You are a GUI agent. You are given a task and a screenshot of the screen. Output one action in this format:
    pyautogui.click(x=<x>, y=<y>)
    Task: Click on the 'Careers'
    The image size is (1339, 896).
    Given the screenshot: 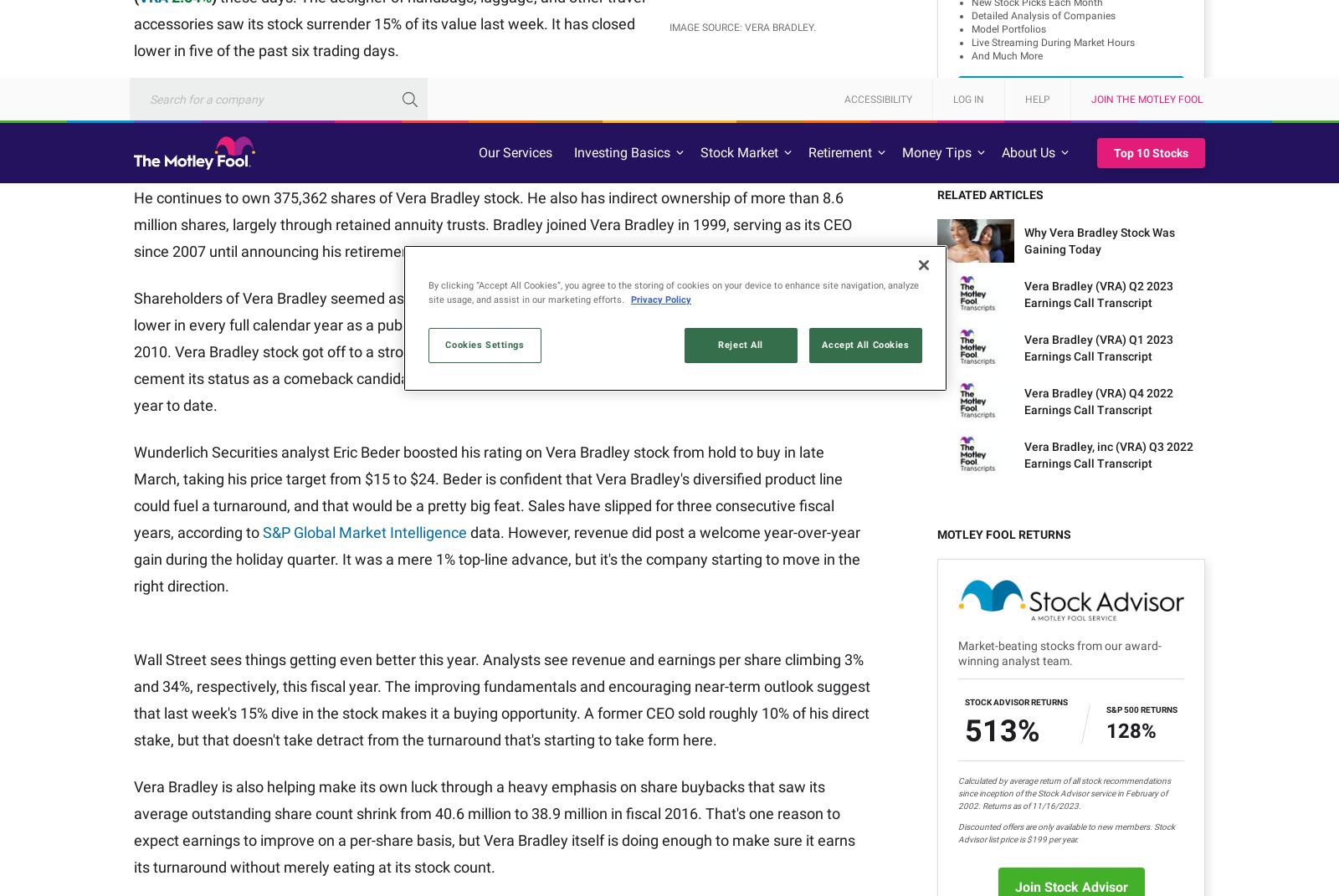 What is the action you would take?
    pyautogui.click(x=413, y=592)
    